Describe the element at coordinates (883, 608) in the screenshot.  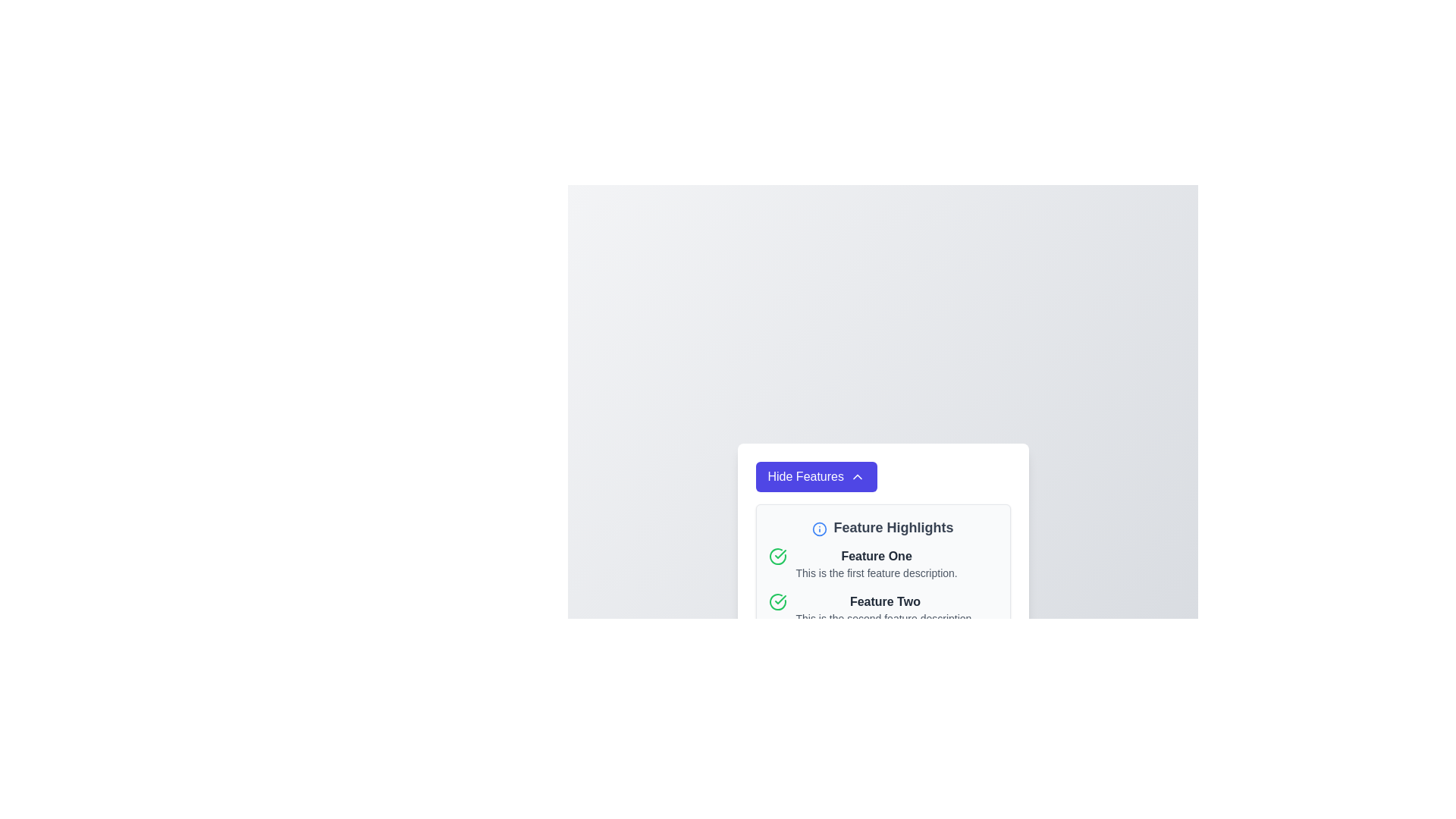
I see `the 'Feature Two' description item` at that location.